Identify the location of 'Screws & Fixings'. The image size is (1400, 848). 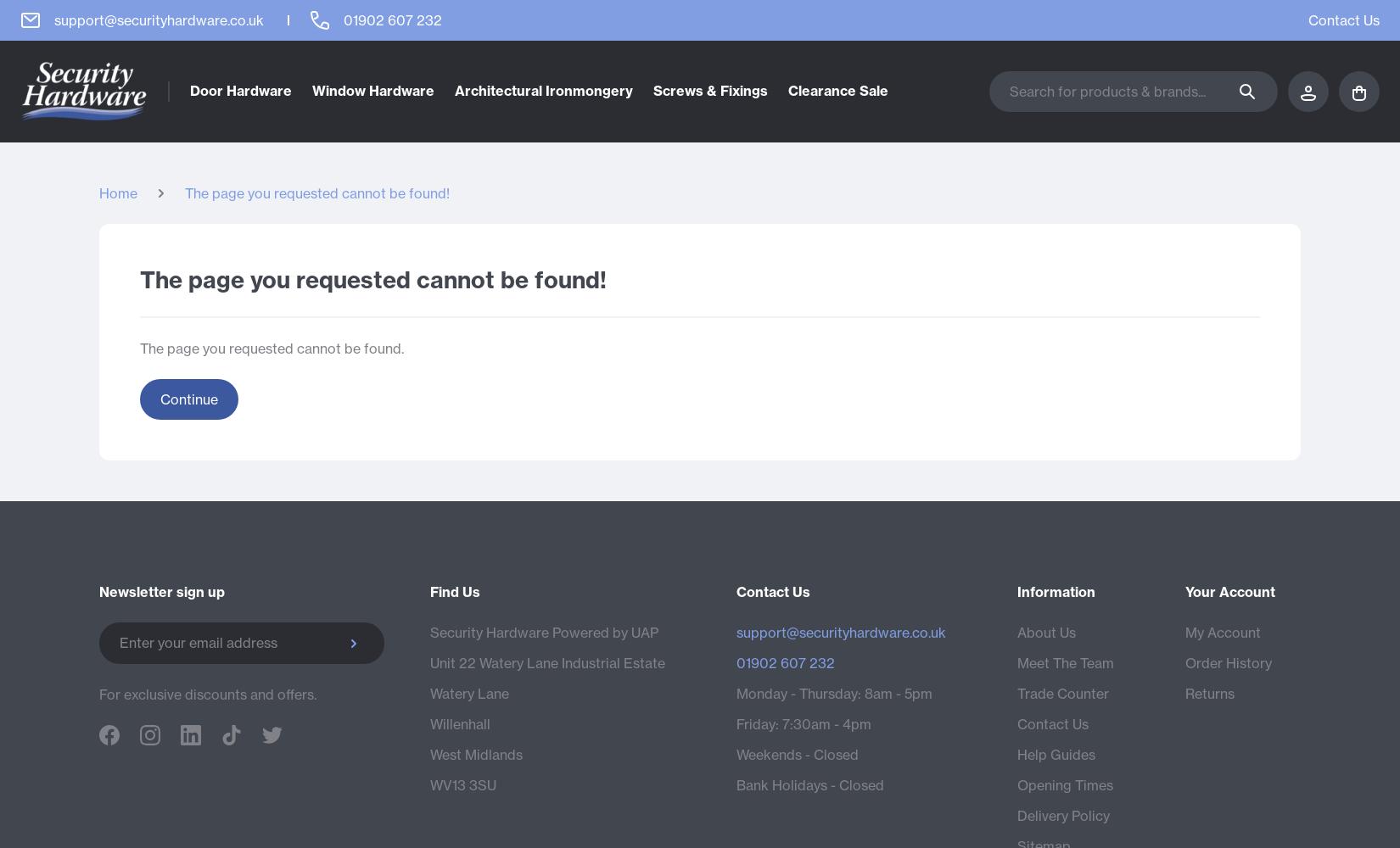
(652, 90).